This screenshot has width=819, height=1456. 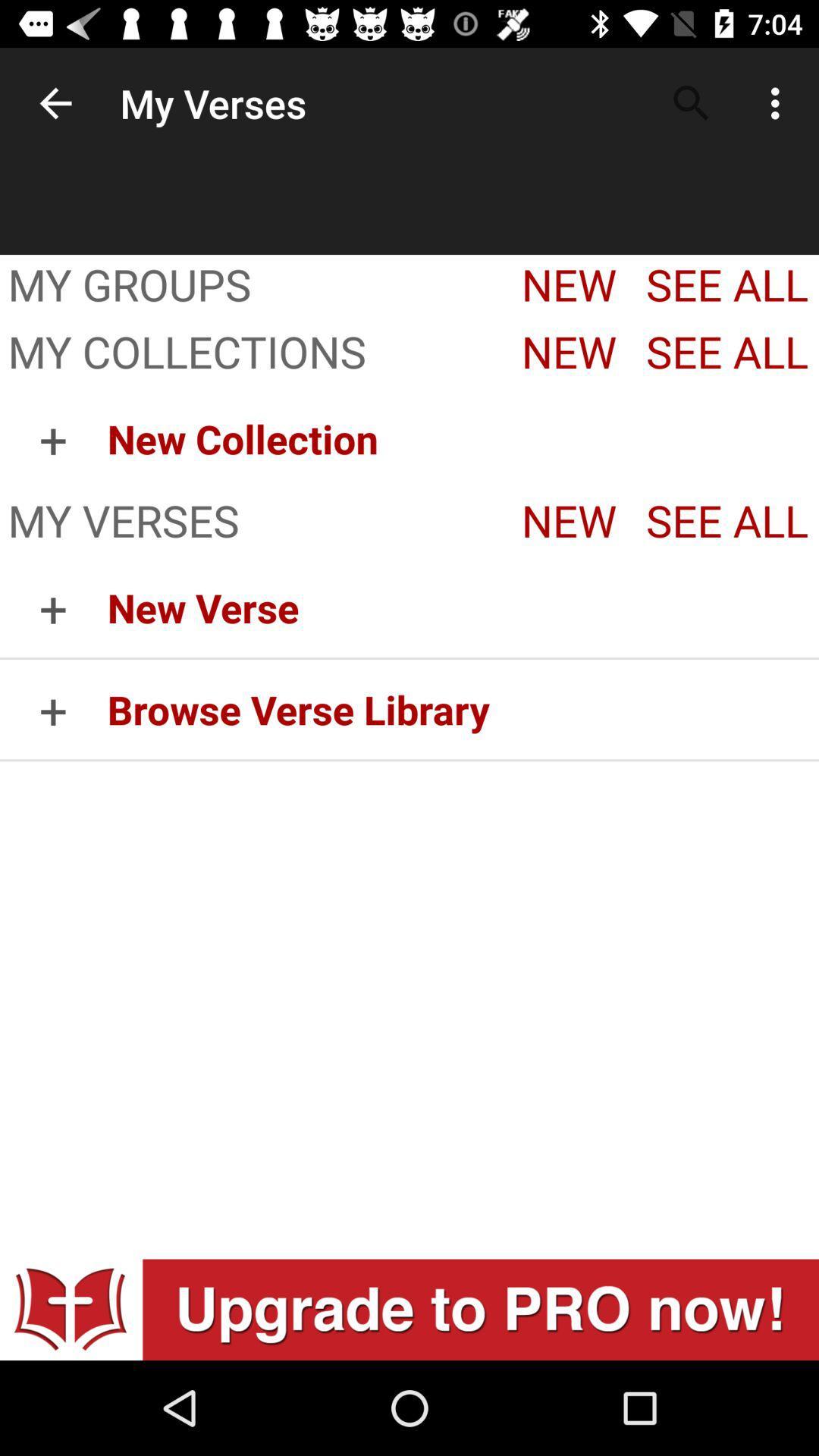 What do you see at coordinates (462, 438) in the screenshot?
I see `the item above the my verses app` at bounding box center [462, 438].